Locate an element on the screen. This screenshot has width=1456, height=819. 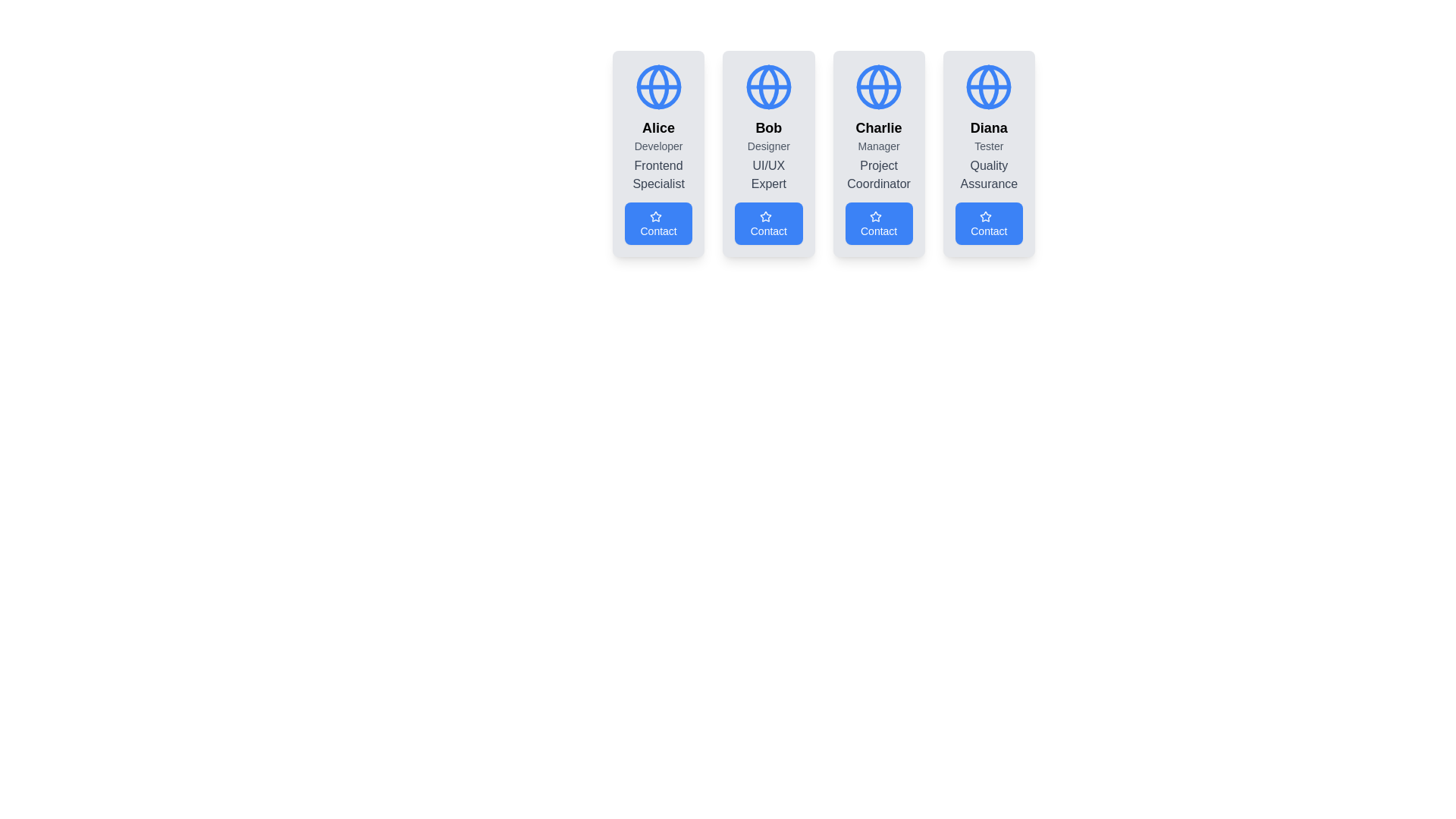
text label displaying the name 'Alice', which is styled with a large and bold font, located below the globe icon in the profile card is located at coordinates (658, 127).